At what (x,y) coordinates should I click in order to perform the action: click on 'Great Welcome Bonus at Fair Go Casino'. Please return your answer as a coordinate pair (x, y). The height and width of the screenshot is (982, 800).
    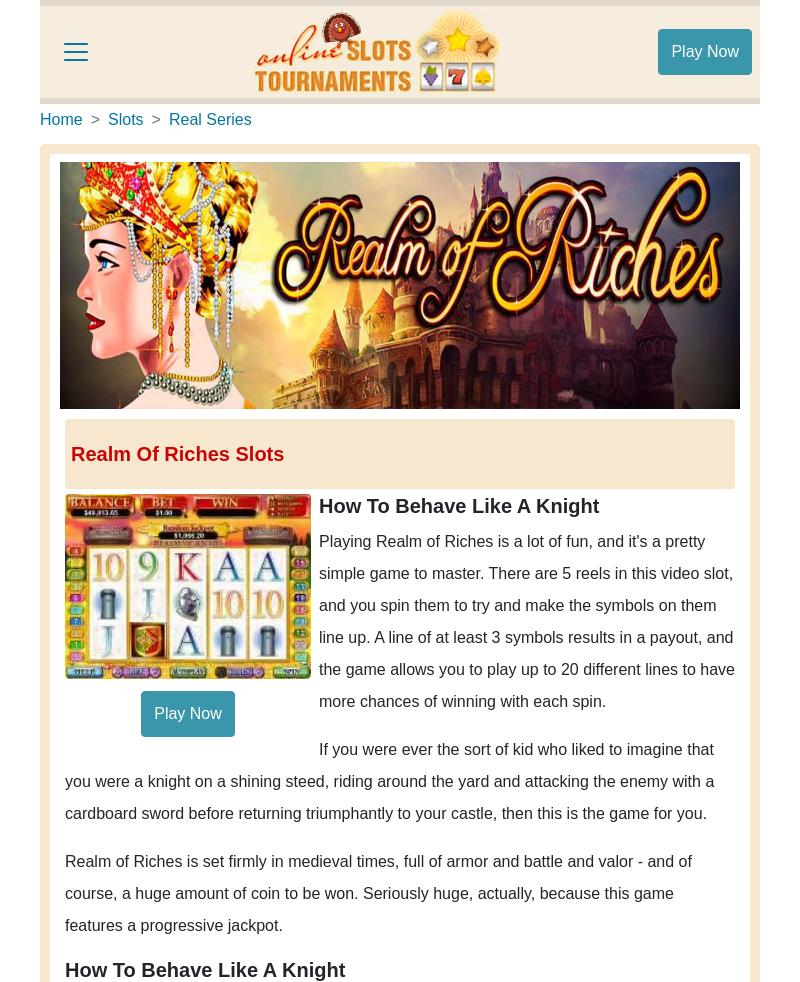
    Looking at the image, I should click on (232, 508).